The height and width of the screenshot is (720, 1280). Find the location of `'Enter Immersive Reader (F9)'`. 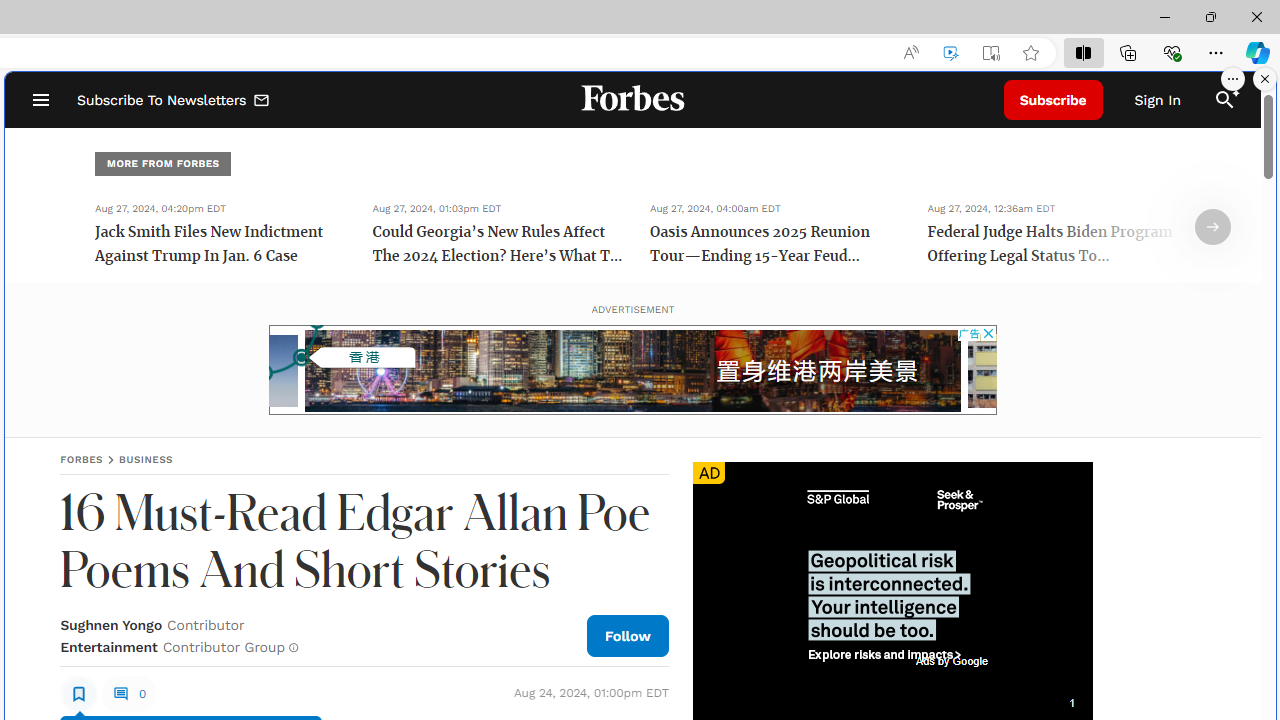

'Enter Immersive Reader (F9)' is located at coordinates (991, 52).